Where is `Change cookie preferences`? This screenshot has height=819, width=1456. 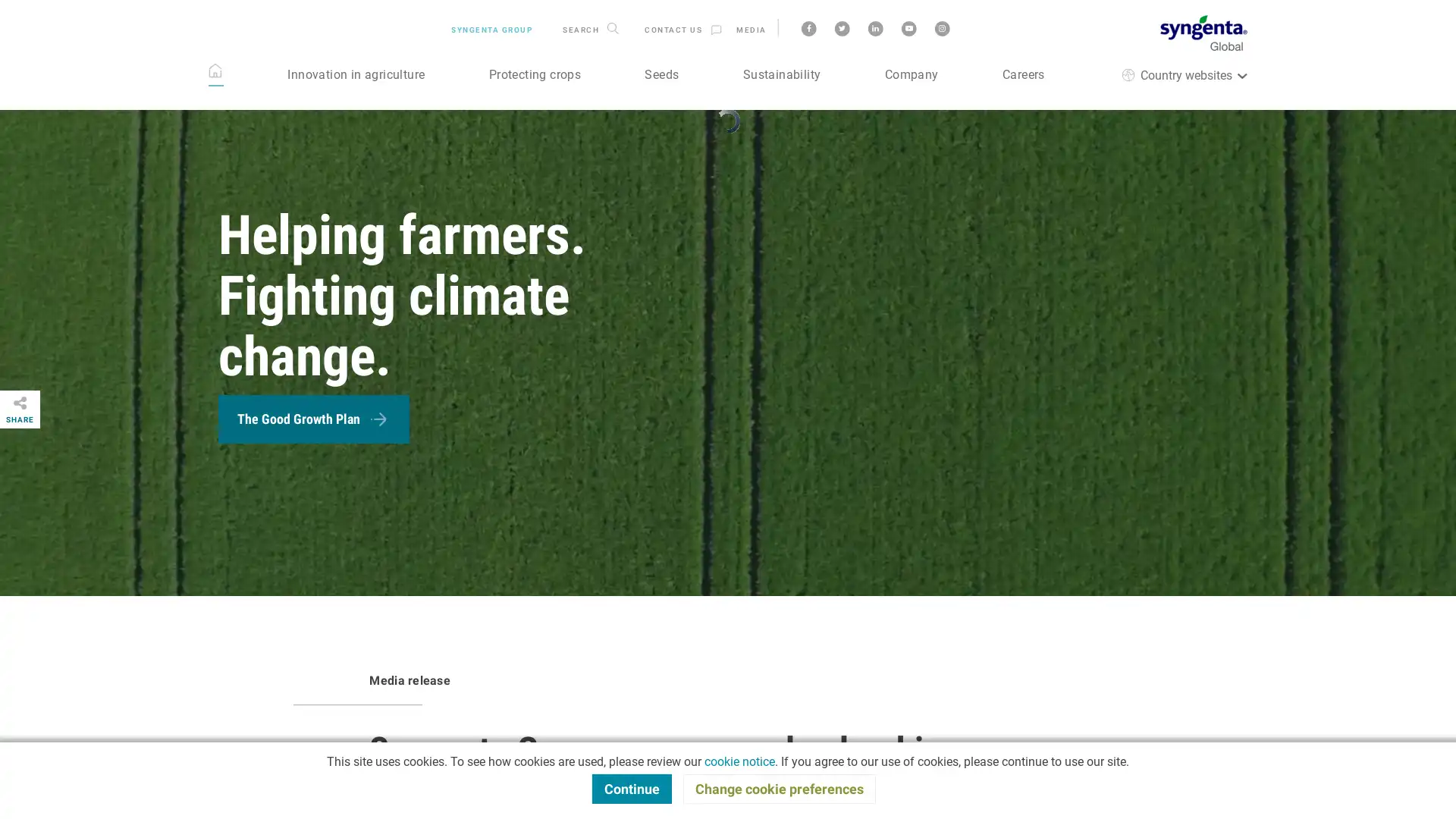 Change cookie preferences is located at coordinates (779, 788).